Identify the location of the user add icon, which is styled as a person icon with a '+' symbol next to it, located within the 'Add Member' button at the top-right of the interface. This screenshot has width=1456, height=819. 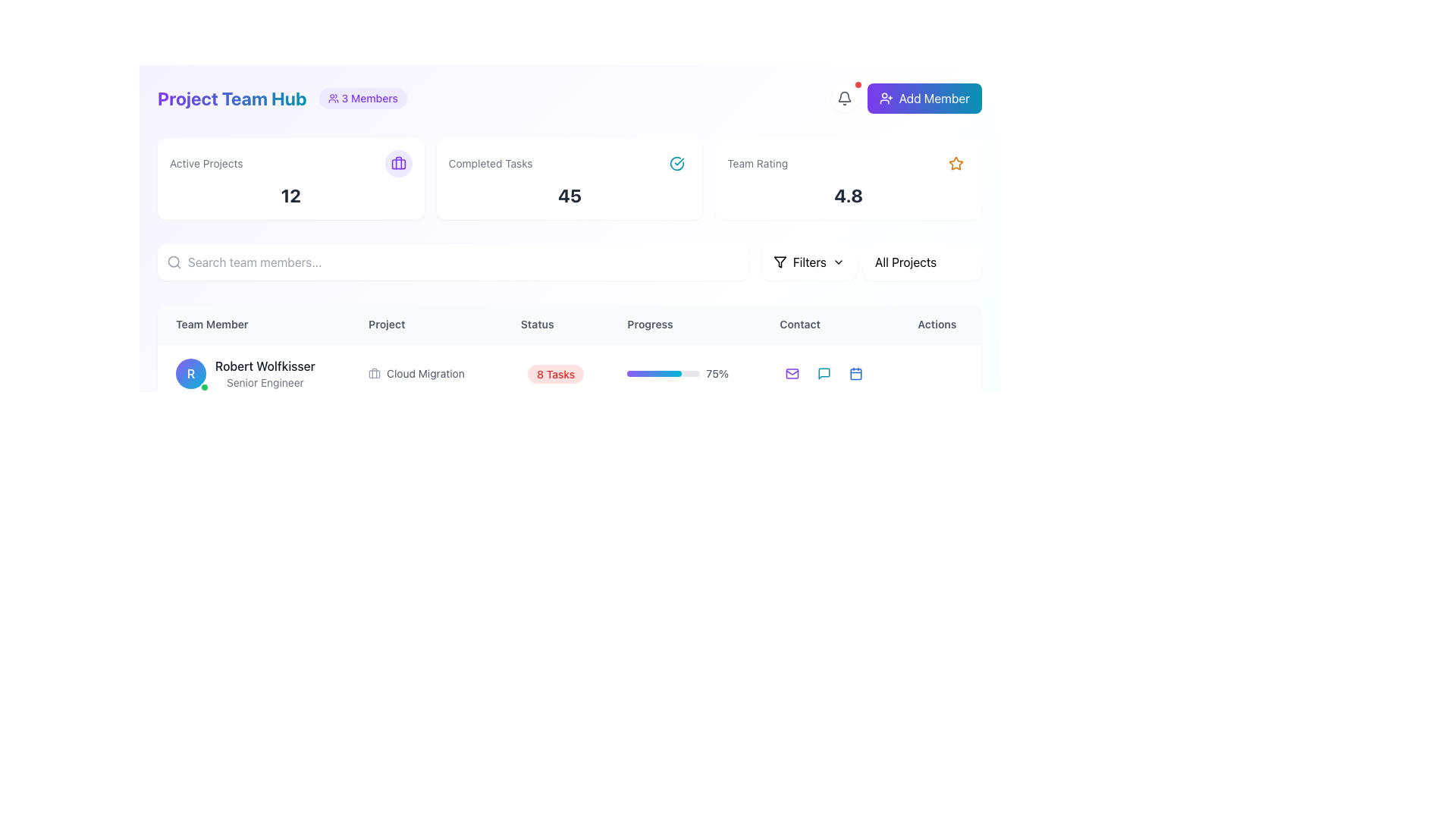
(886, 99).